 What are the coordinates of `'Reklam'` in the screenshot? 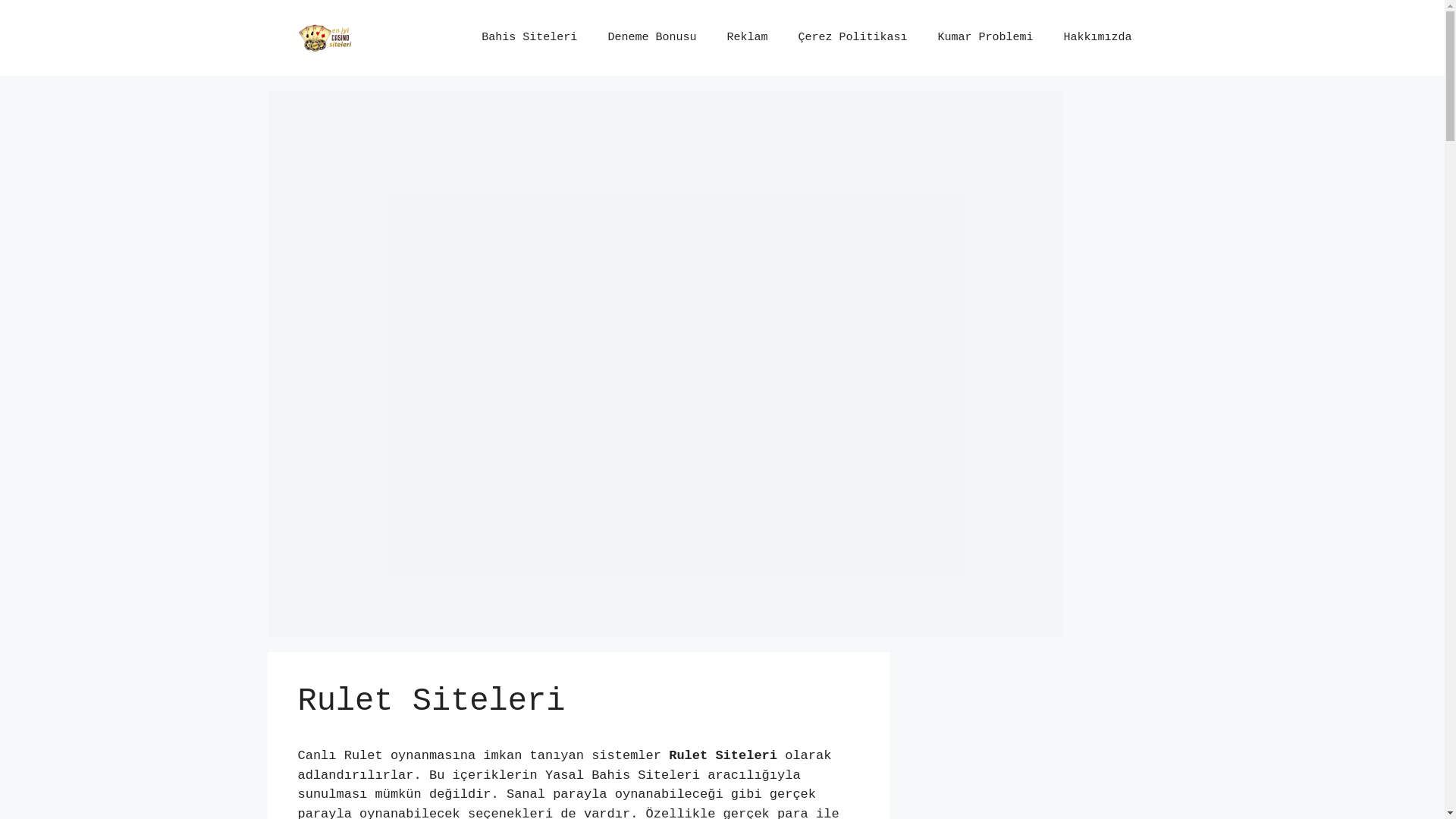 It's located at (746, 37).